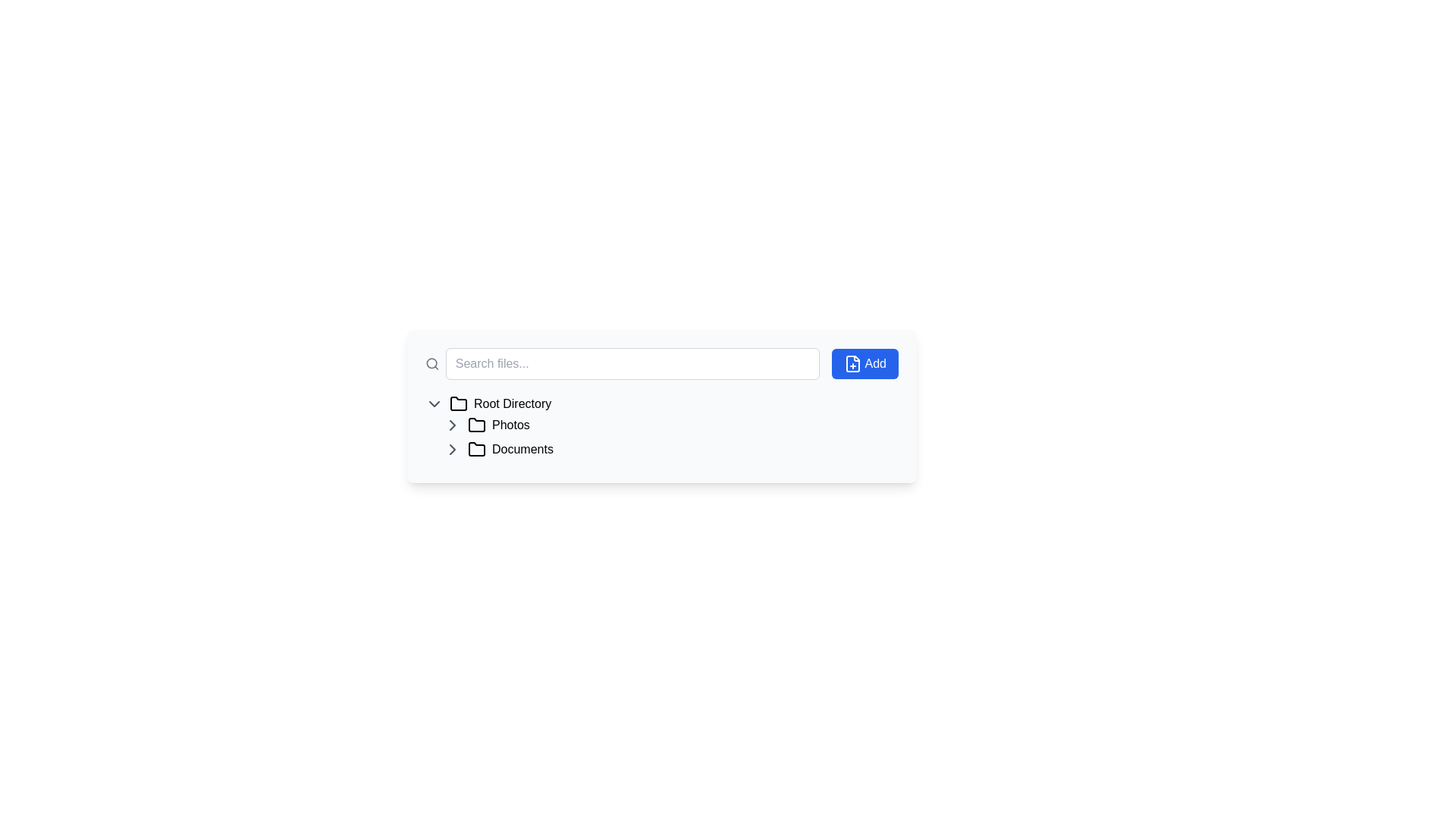 Image resolution: width=1456 pixels, height=819 pixels. What do you see at coordinates (662, 403) in the screenshot?
I see `the 'Root Directory' entry` at bounding box center [662, 403].